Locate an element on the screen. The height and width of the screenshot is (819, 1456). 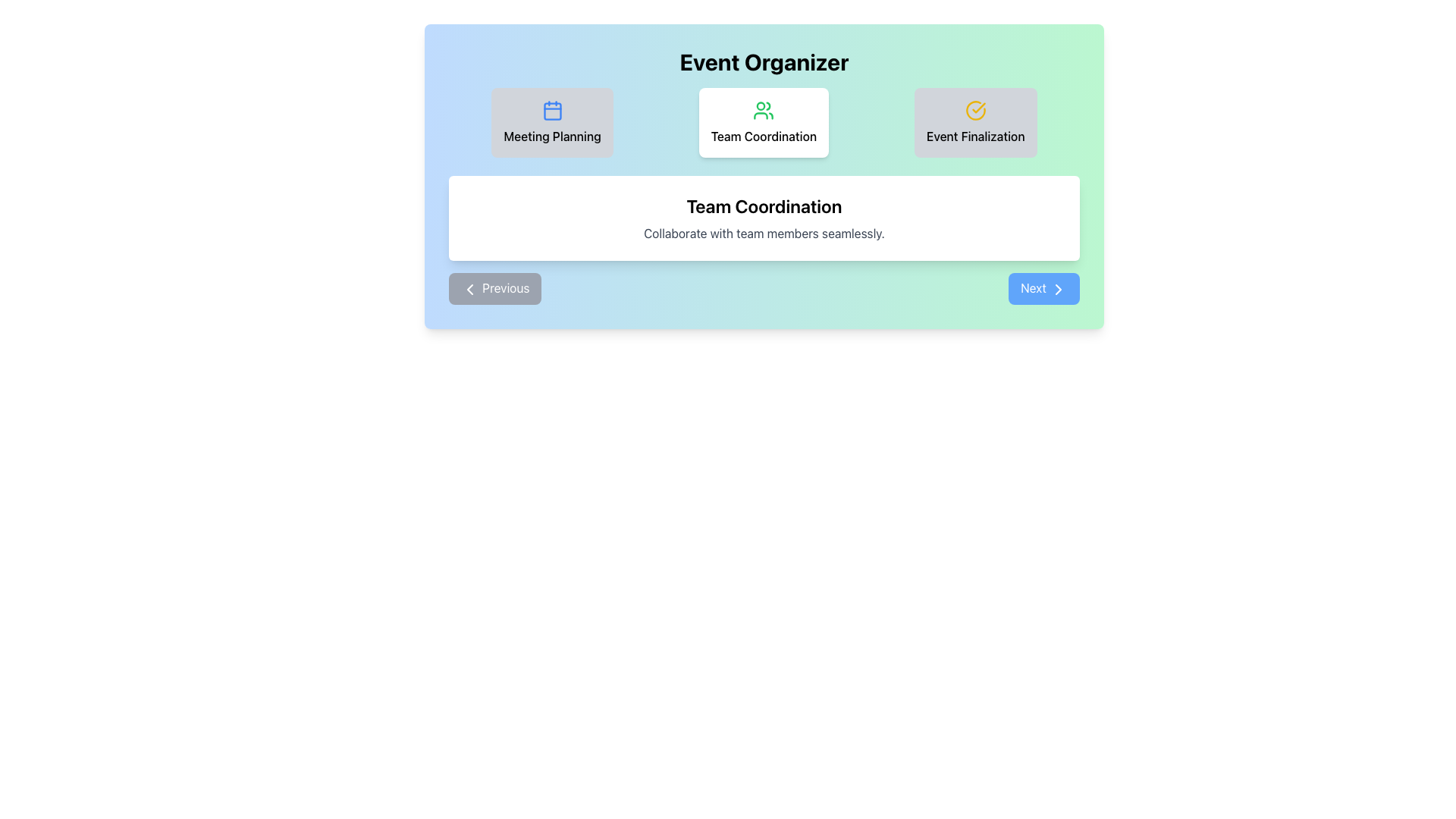
the non-interactive Text Label providing context for 'Team Coordination', positioned below the title within its card layout is located at coordinates (764, 234).